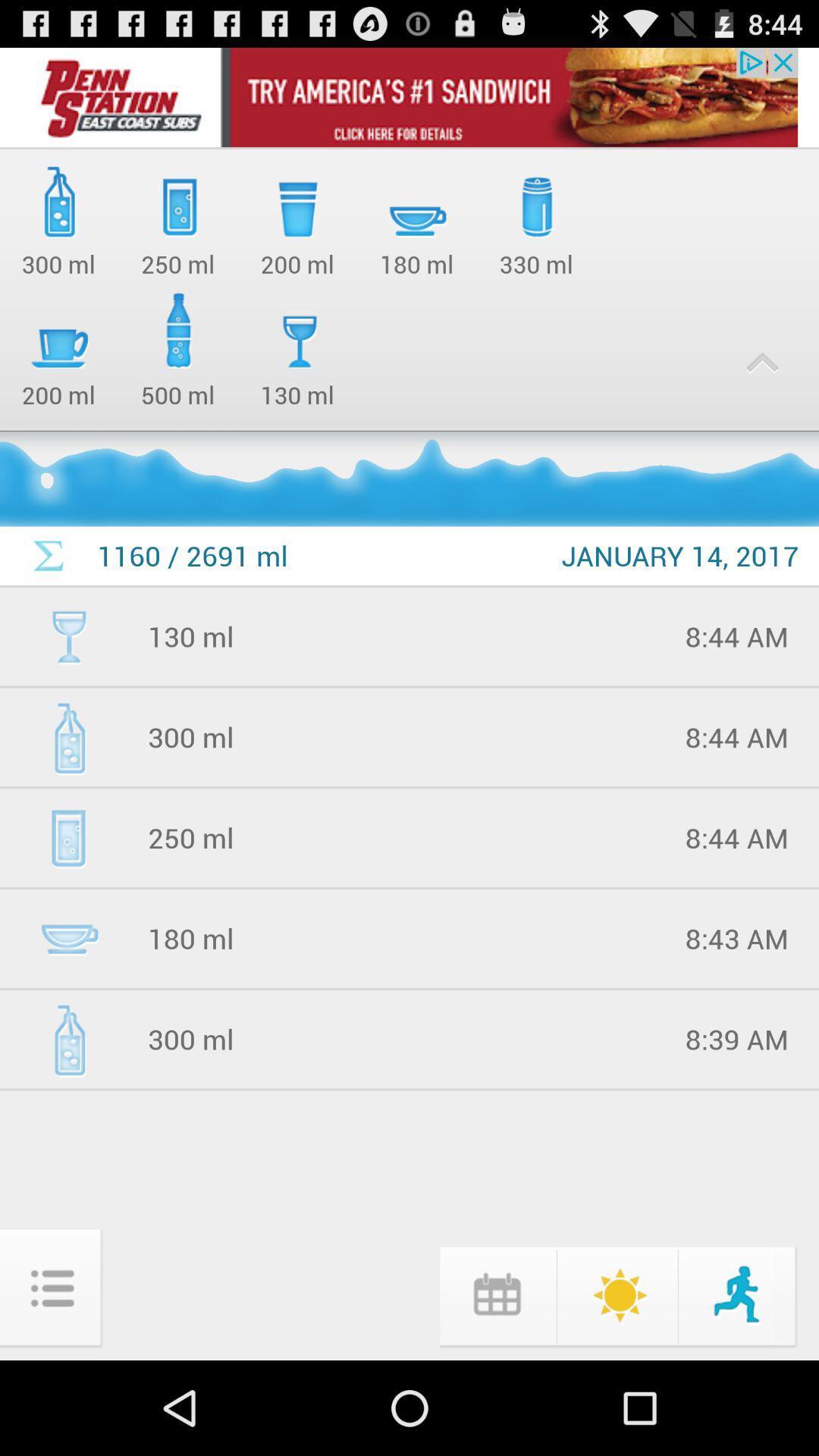  I want to click on the cup icon below glass icon, so click(69, 938).